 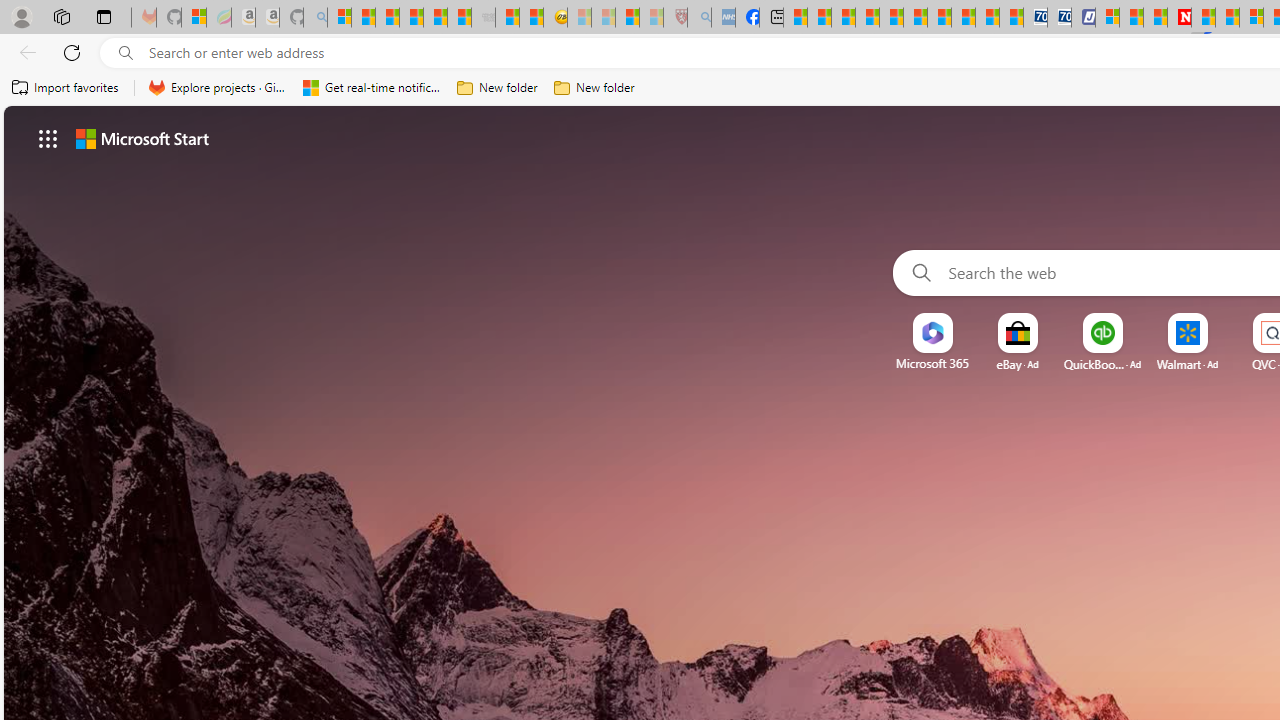 What do you see at coordinates (931, 332) in the screenshot?
I see `'To get missing image descriptions, open the context menu.'` at bounding box center [931, 332].